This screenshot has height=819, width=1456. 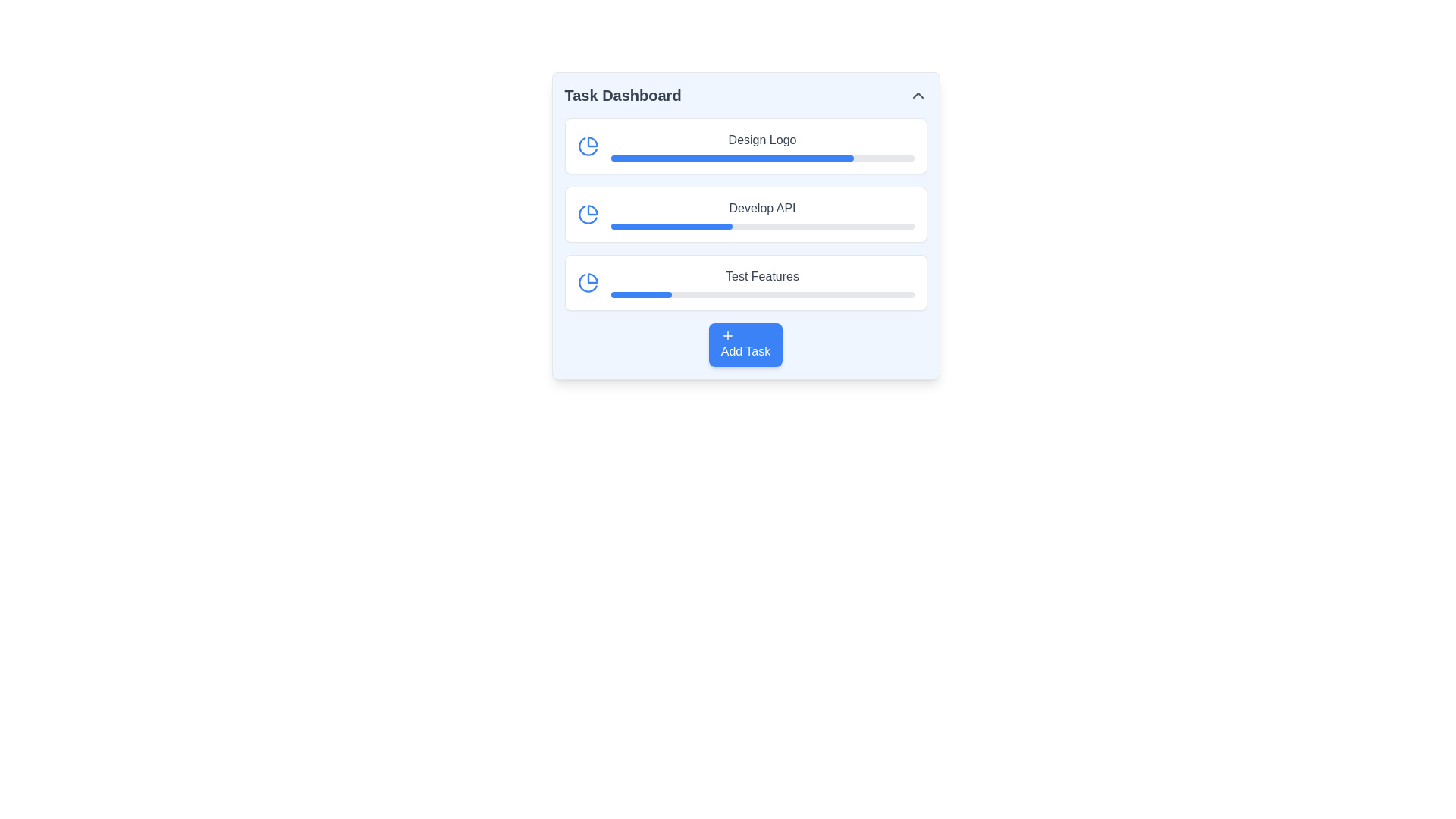 What do you see at coordinates (917, 96) in the screenshot?
I see `the toggle button/icon (Chevron/Arrow)` at bounding box center [917, 96].